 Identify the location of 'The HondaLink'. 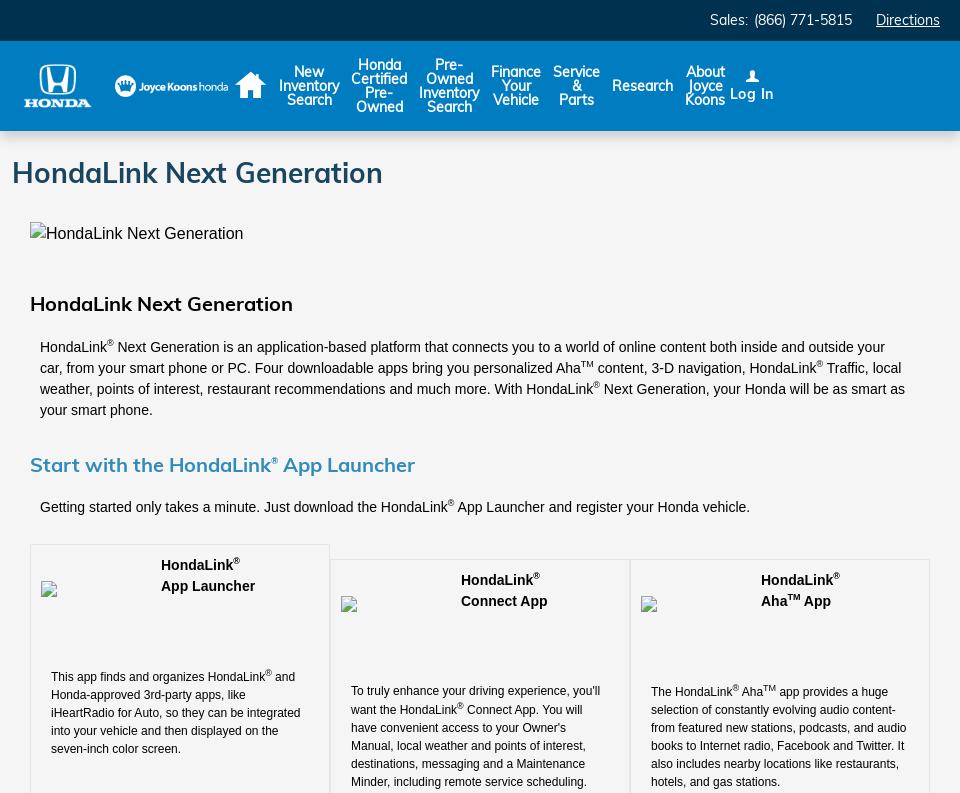
(691, 691).